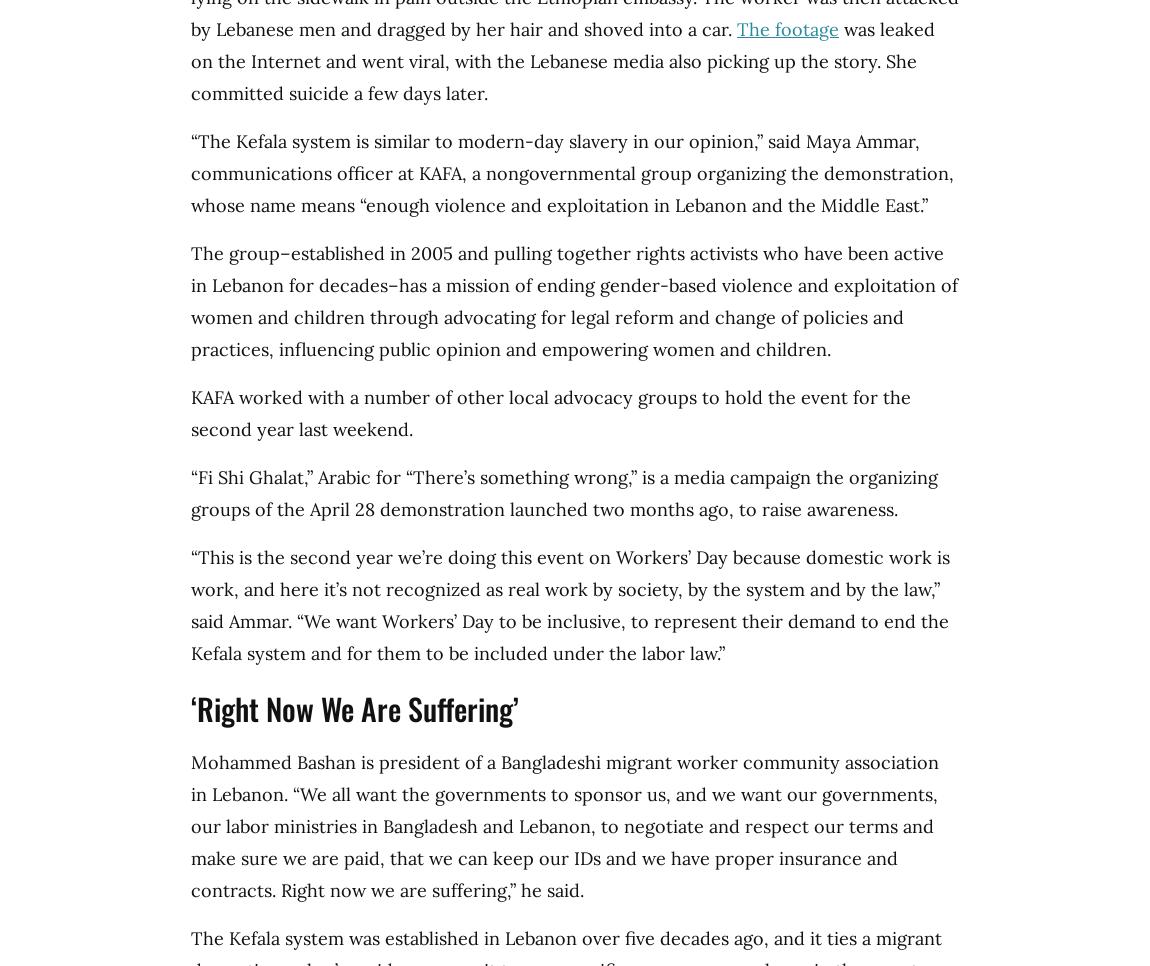 The image size is (1150, 966). Describe the element at coordinates (190, 841) in the screenshot. I see `'. “We all want the governments to sponsor us, and we want our governments, our labor ministries in Bangladesh and Lebanon, to negotiate and respect our terms and make sure we are paid, that we can keep our IDs and we have proper insurance and contracts. Right now we are suffering,” he said.'` at that location.